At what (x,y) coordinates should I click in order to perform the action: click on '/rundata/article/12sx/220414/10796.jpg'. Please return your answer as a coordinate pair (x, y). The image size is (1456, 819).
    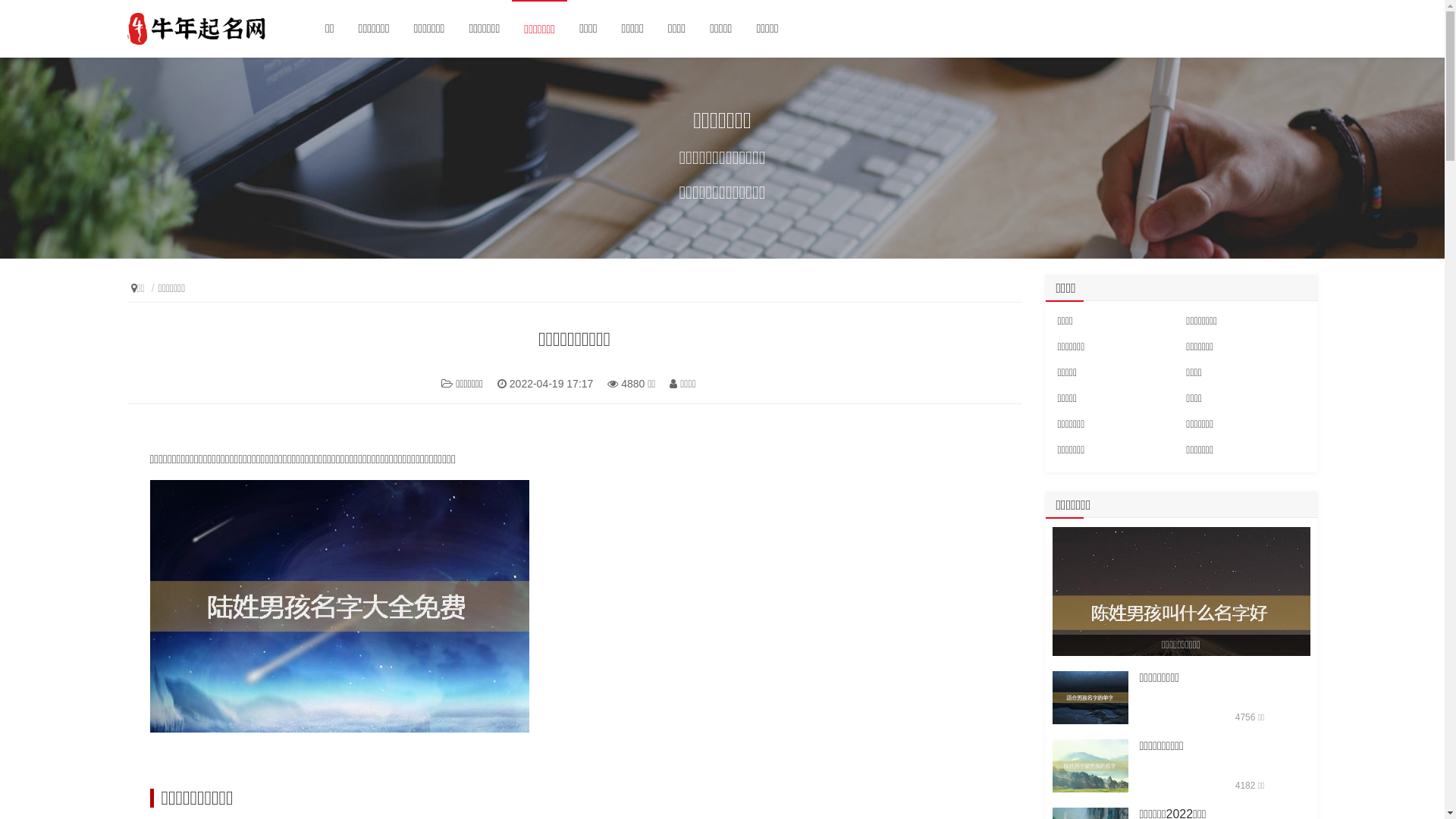
    Looking at the image, I should click on (1090, 698).